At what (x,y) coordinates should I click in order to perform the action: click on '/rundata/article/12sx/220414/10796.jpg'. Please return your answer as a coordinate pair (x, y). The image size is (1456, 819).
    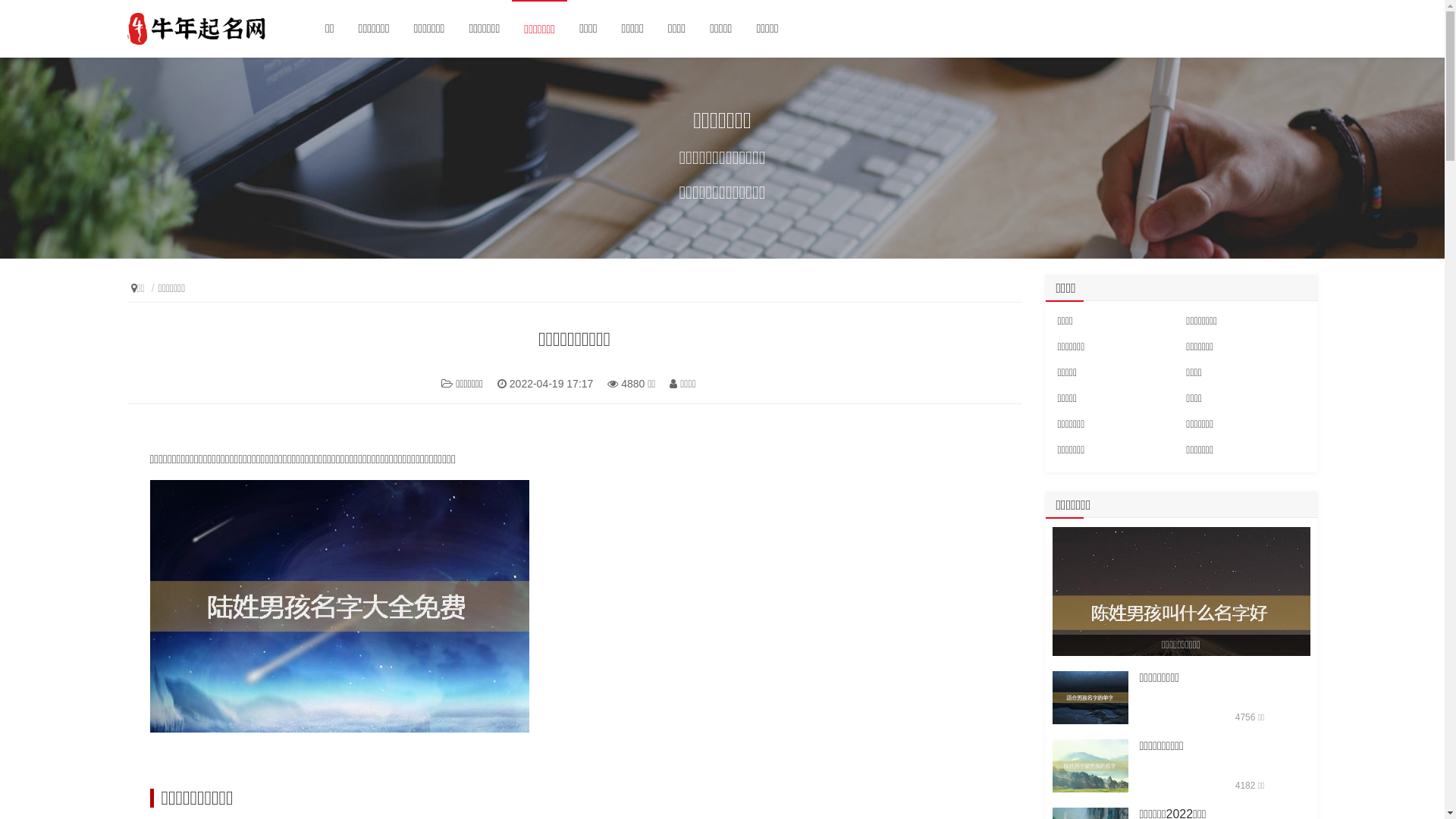
    Looking at the image, I should click on (1090, 698).